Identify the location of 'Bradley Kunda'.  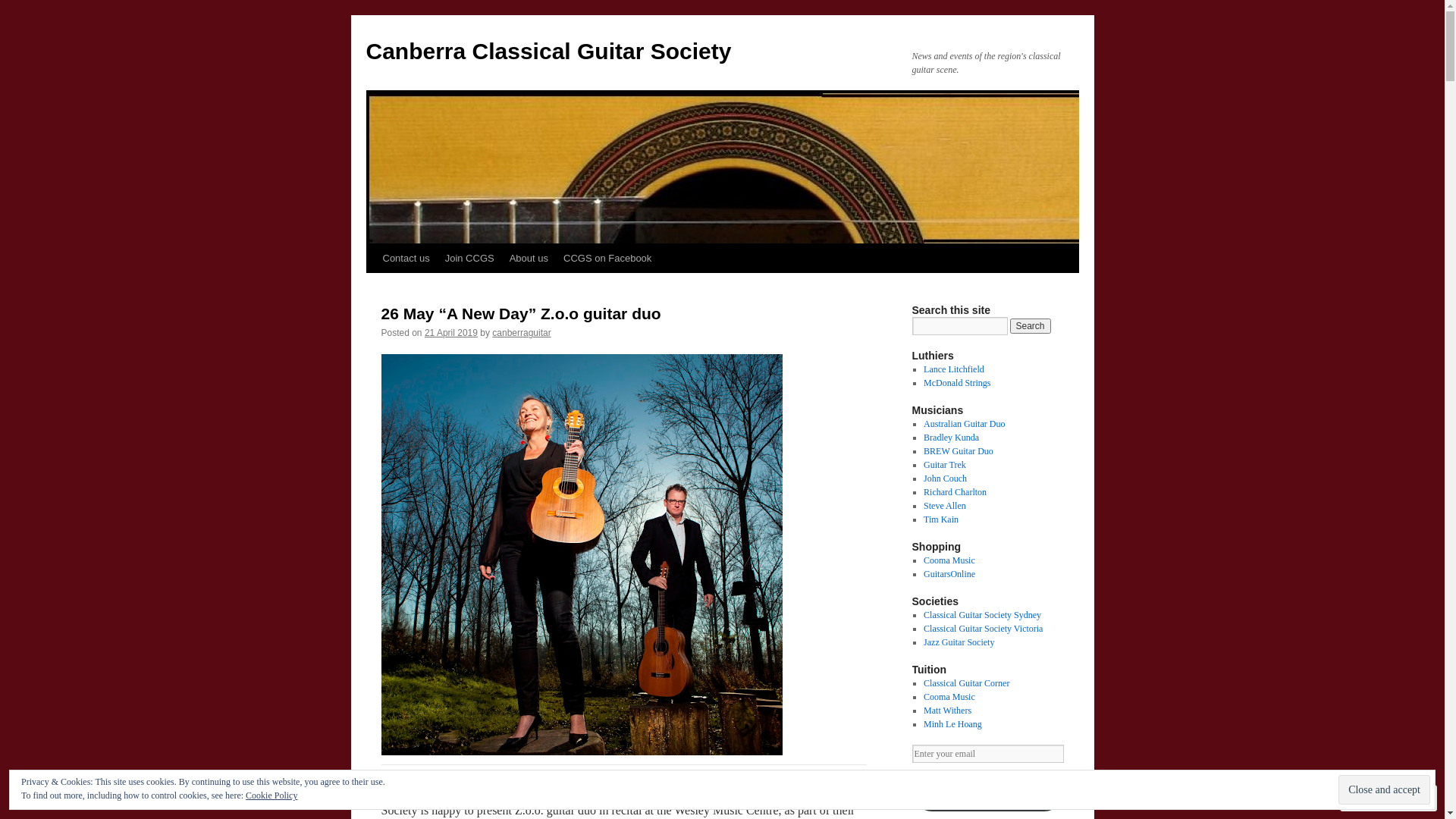
(950, 438).